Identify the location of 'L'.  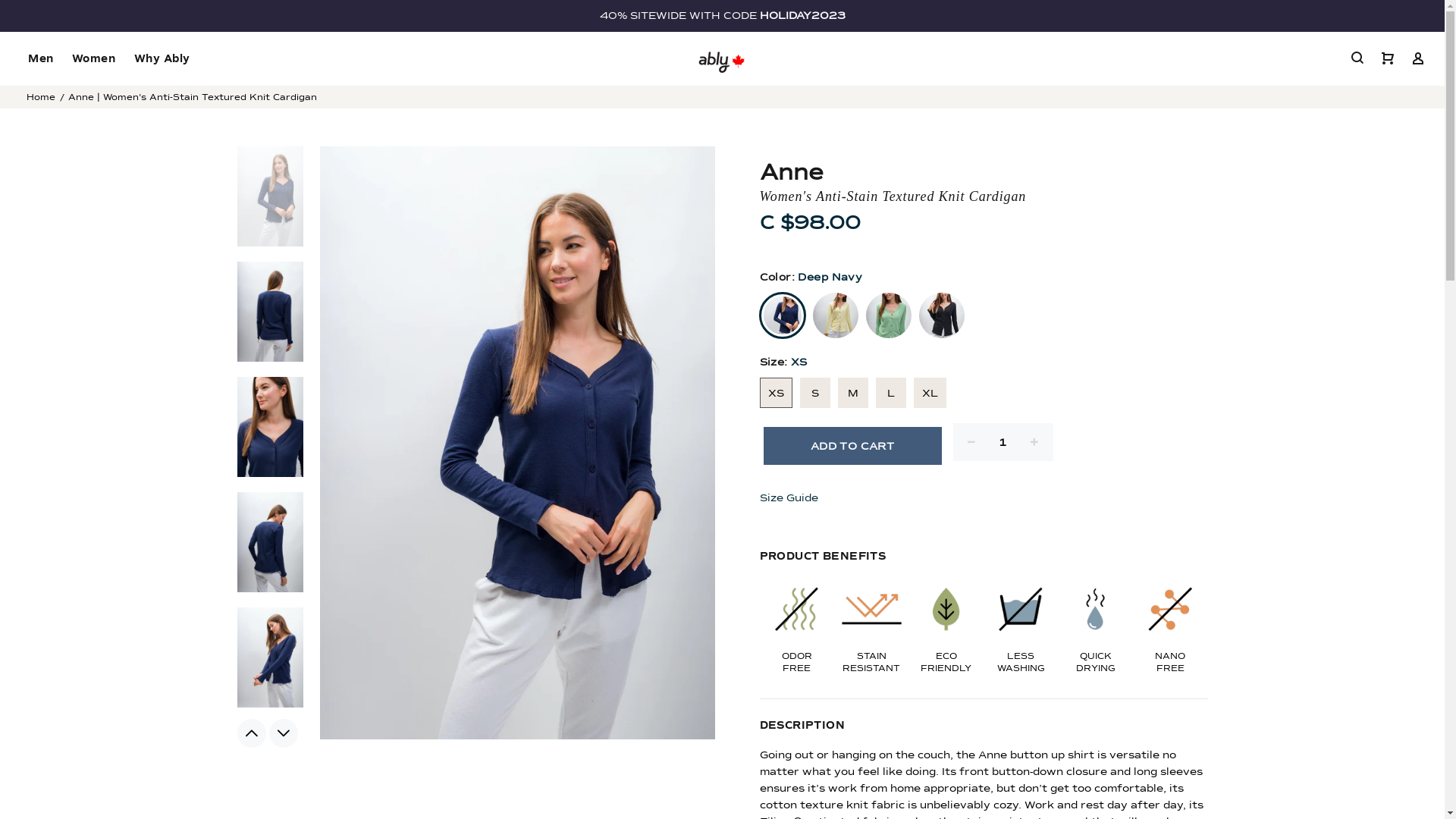
(890, 391).